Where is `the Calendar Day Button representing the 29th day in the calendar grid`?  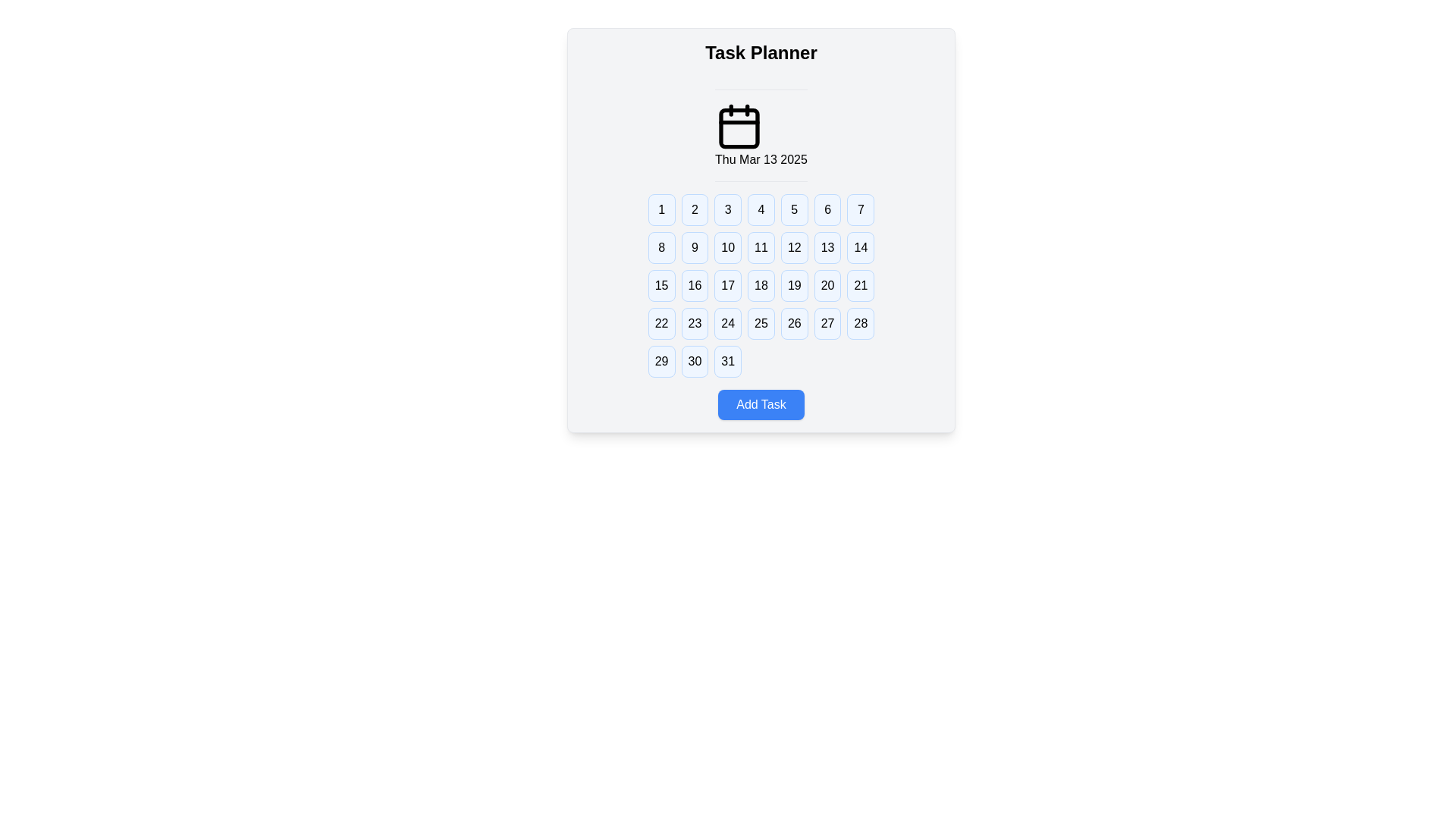
the Calendar Day Button representing the 29th day in the calendar grid is located at coordinates (661, 362).